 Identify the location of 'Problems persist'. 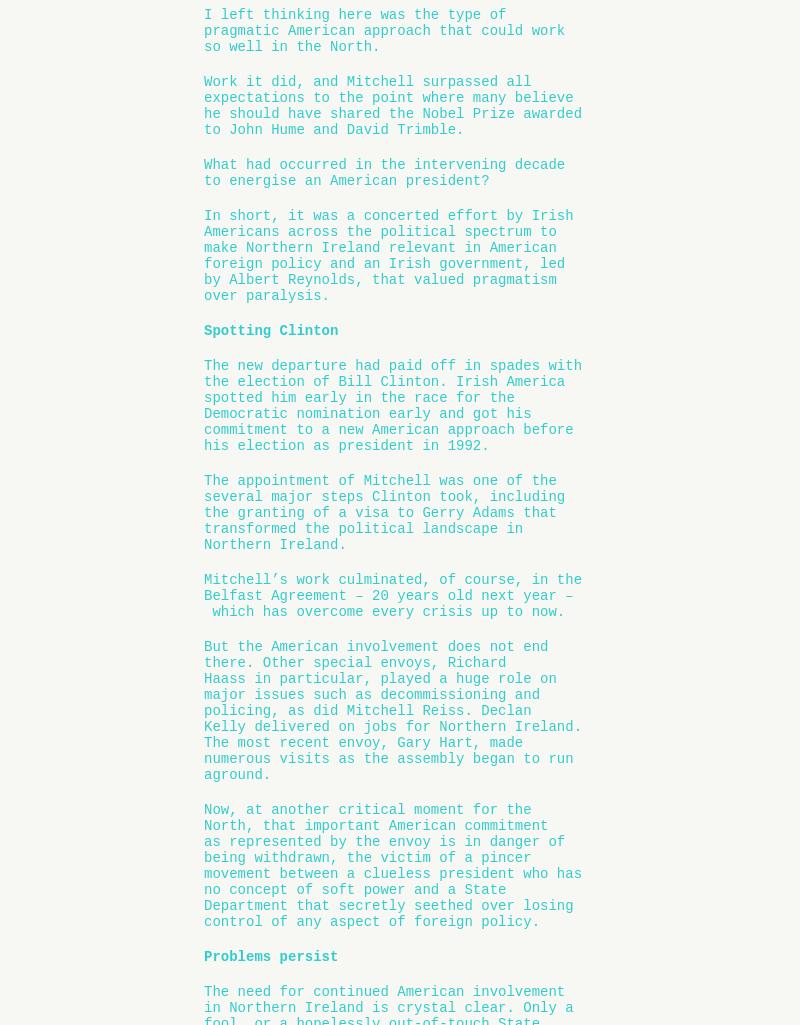
(270, 956).